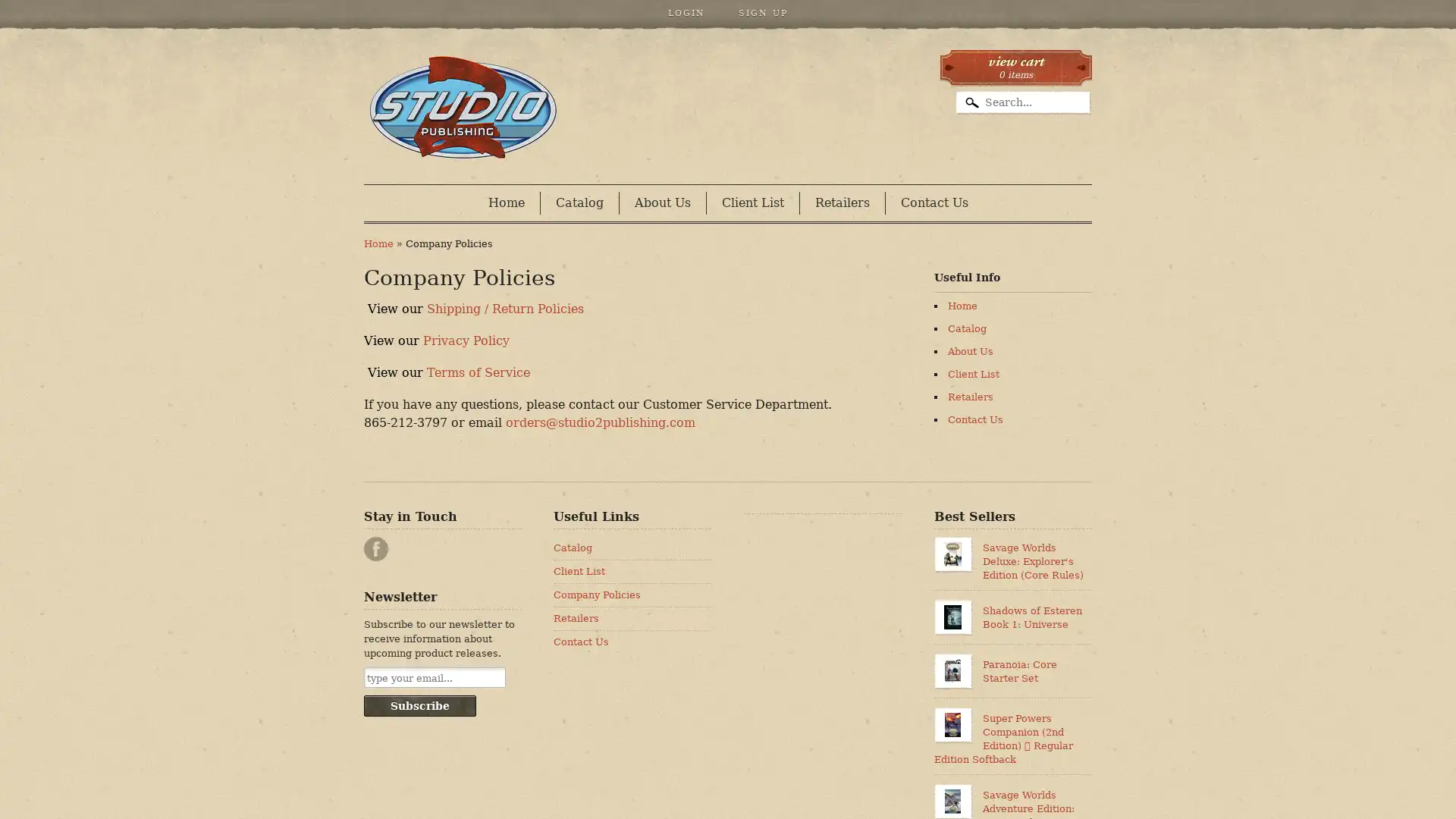 The image size is (1456, 819). Describe the element at coordinates (419, 705) in the screenshot. I see `Subscribe` at that location.